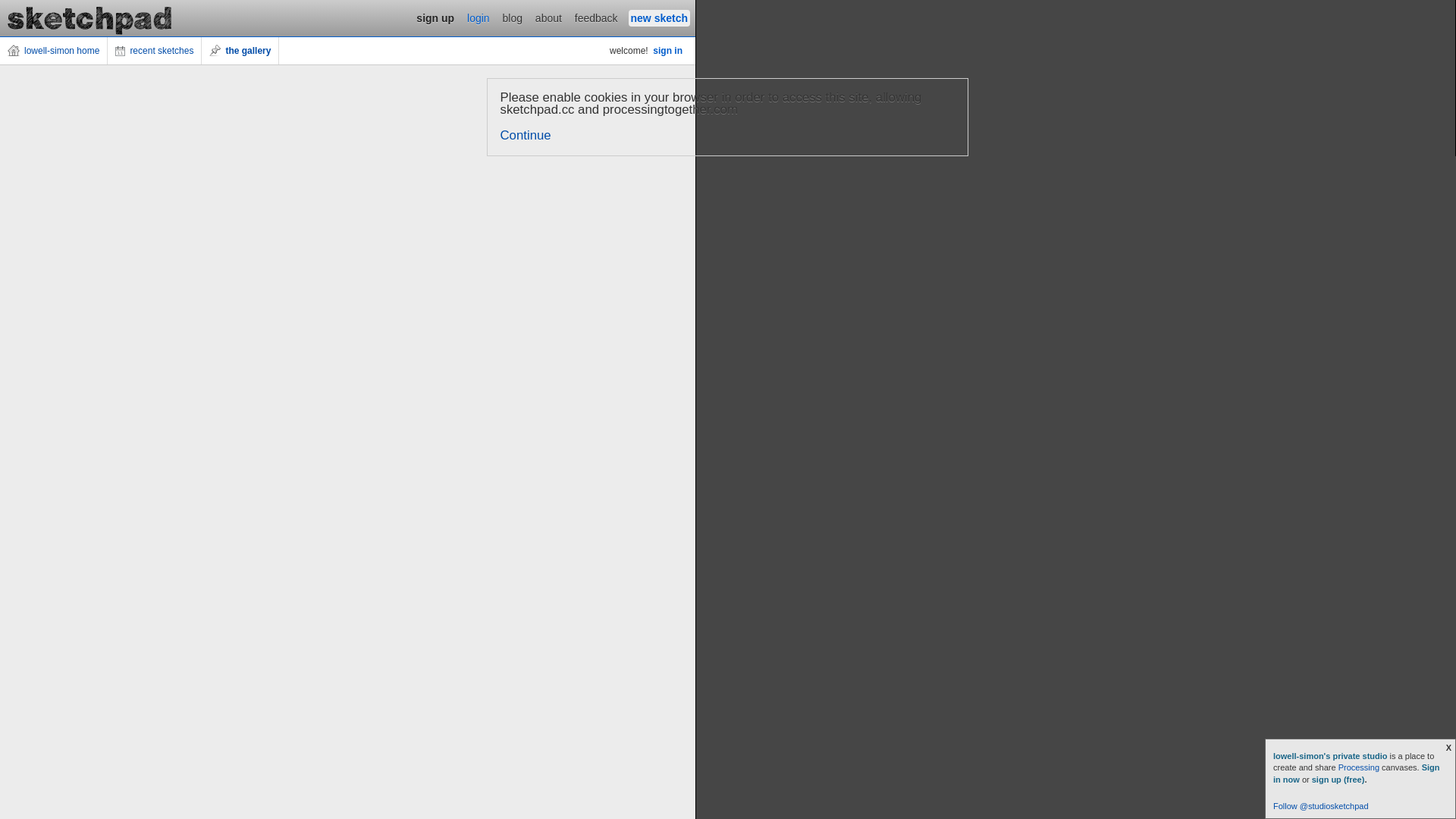  I want to click on 'lowell-simon's private studio', so click(1331, 755).